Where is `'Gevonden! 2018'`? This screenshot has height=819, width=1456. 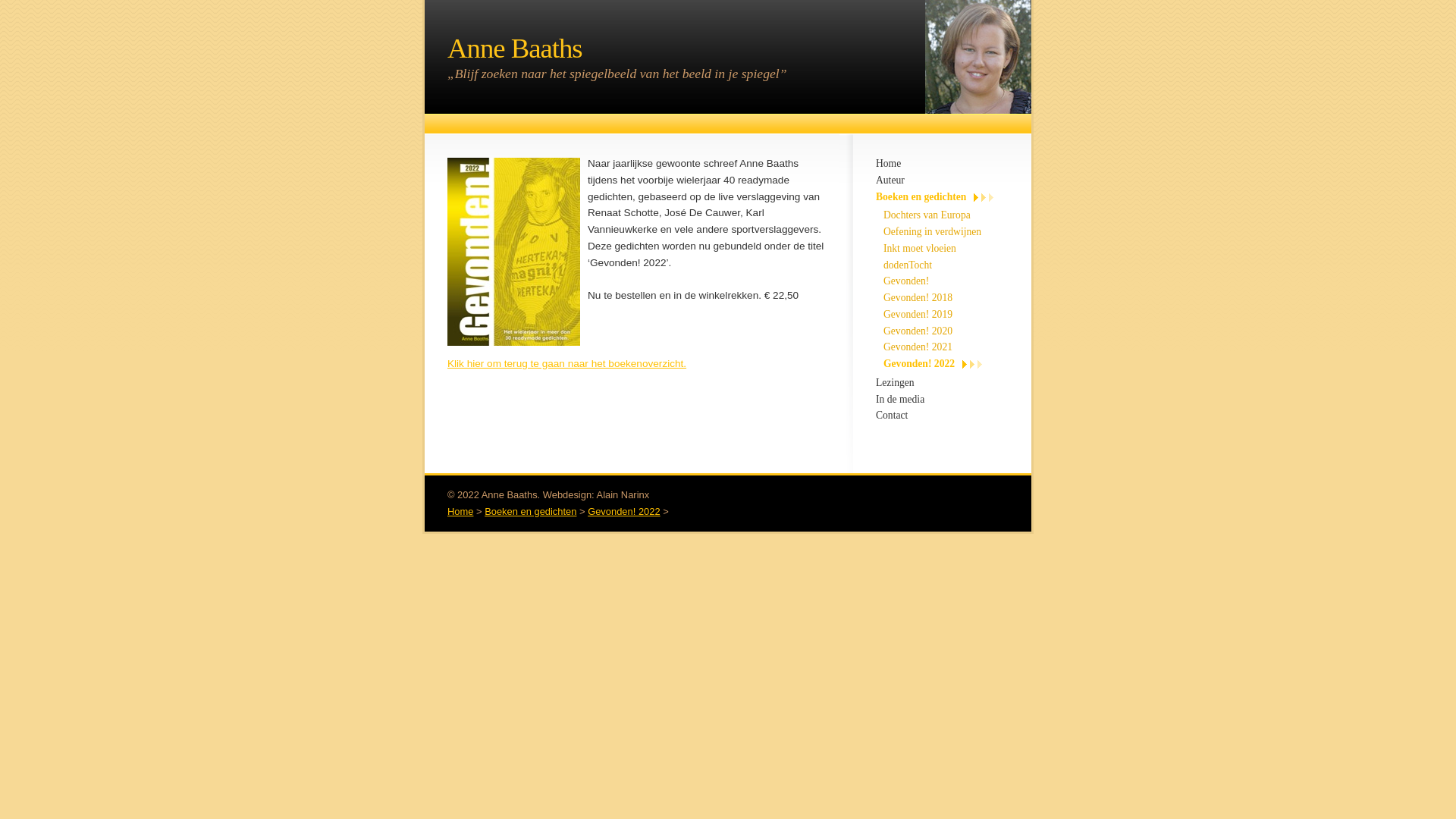 'Gevonden! 2018' is located at coordinates (917, 297).